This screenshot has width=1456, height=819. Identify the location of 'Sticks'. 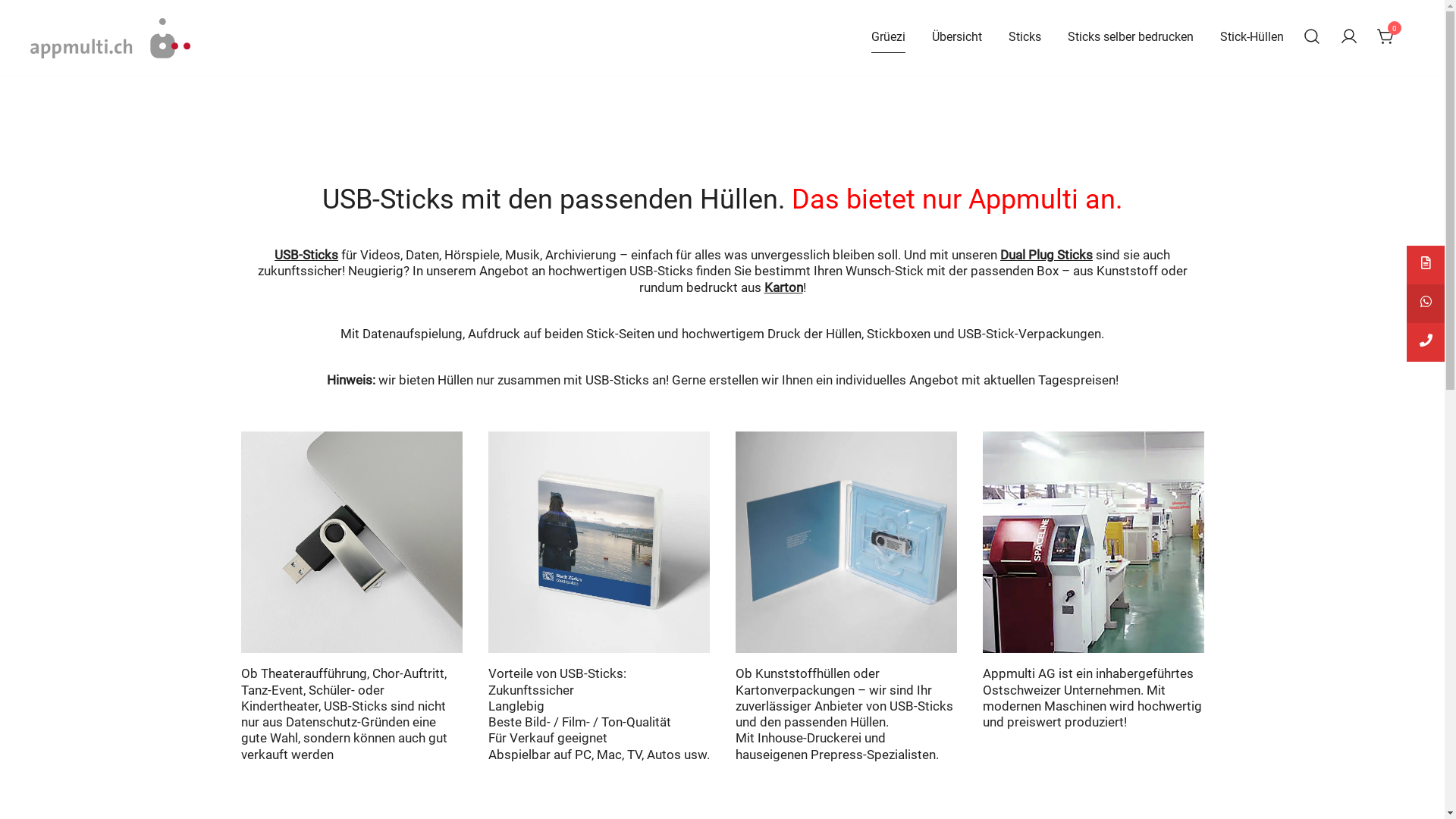
(1008, 36).